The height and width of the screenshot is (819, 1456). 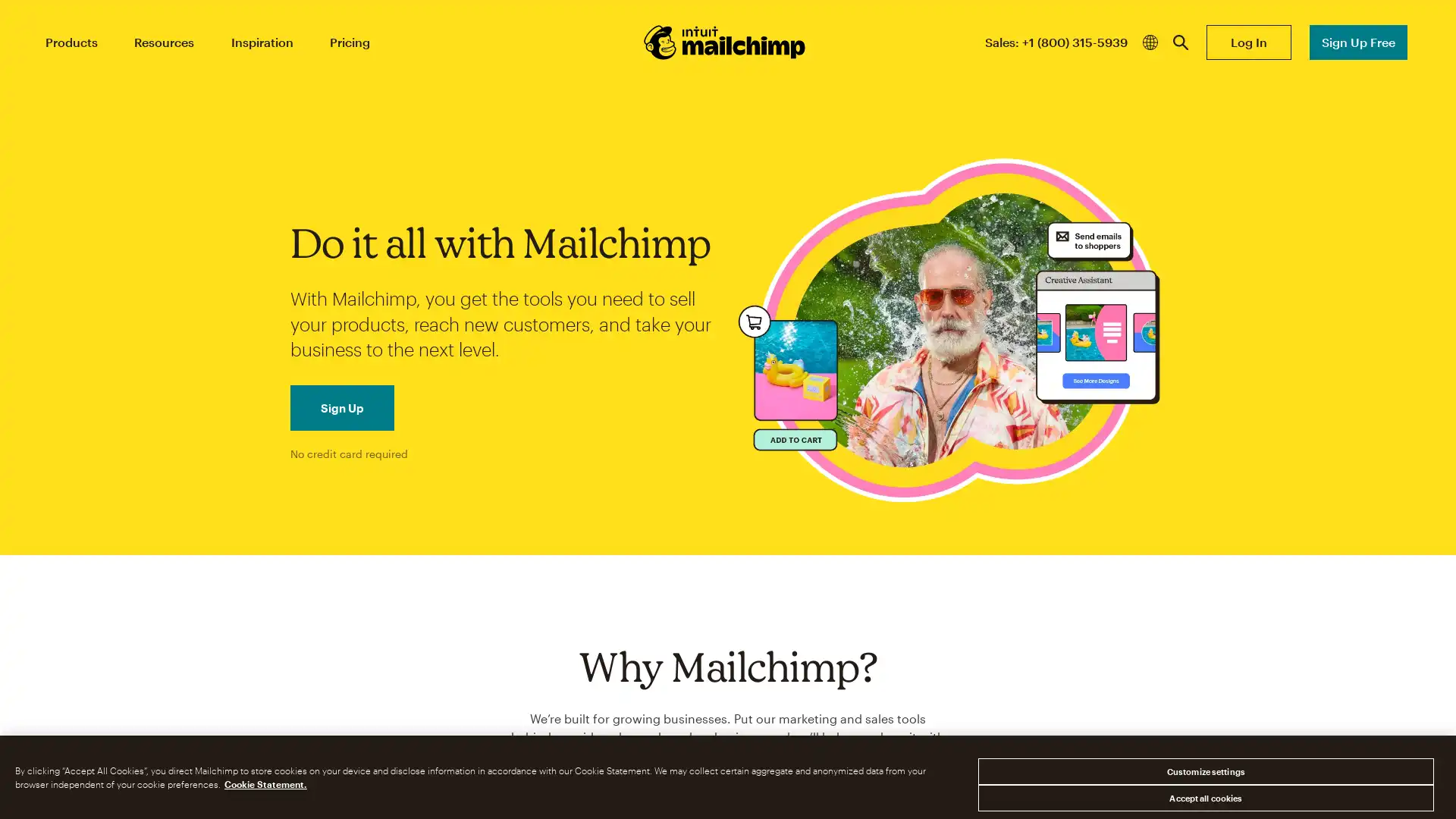 What do you see at coordinates (1204, 797) in the screenshot?
I see `Accept all cookies` at bounding box center [1204, 797].